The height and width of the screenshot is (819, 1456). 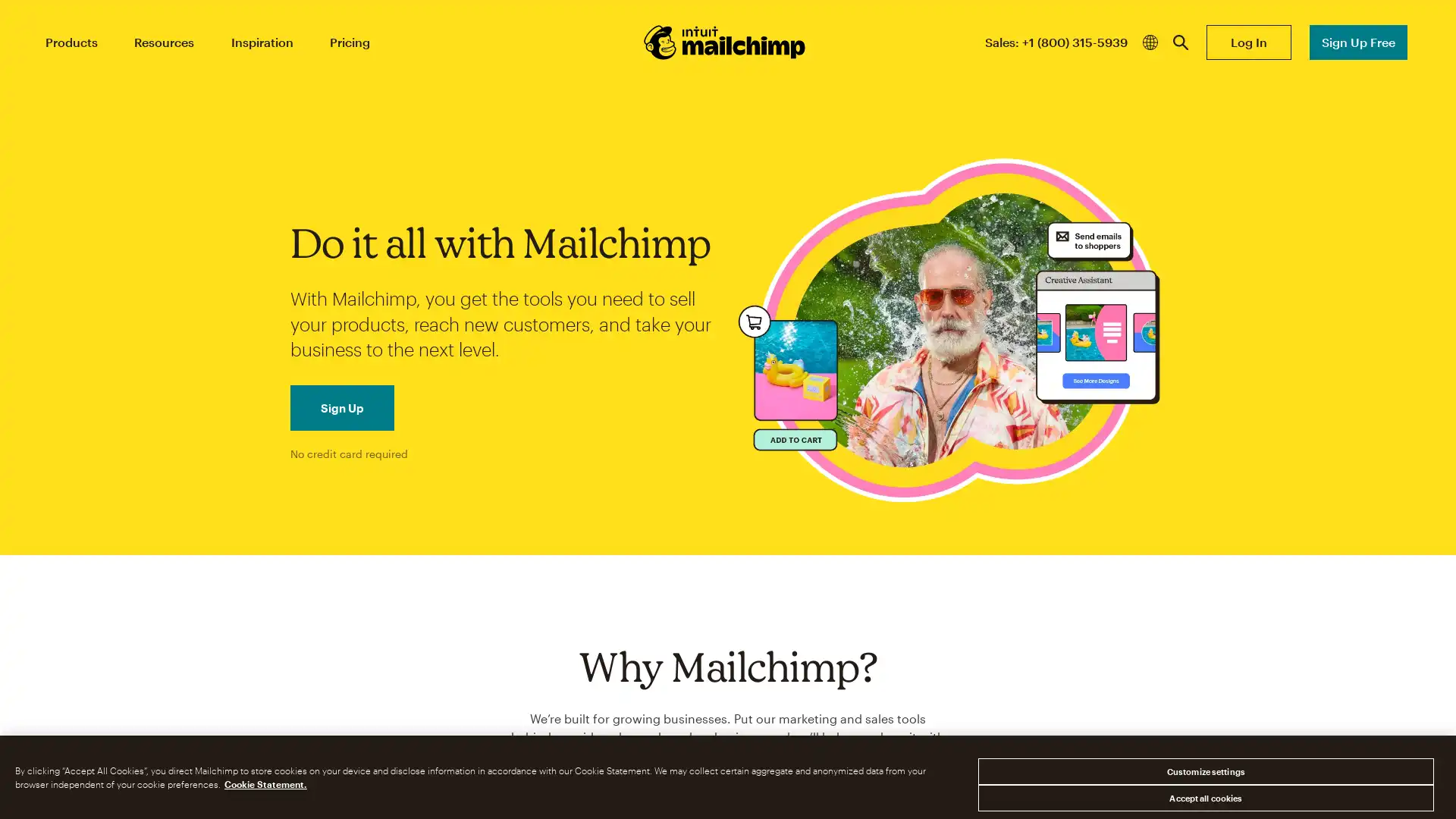 What do you see at coordinates (1204, 797) in the screenshot?
I see `Accept all cookies` at bounding box center [1204, 797].